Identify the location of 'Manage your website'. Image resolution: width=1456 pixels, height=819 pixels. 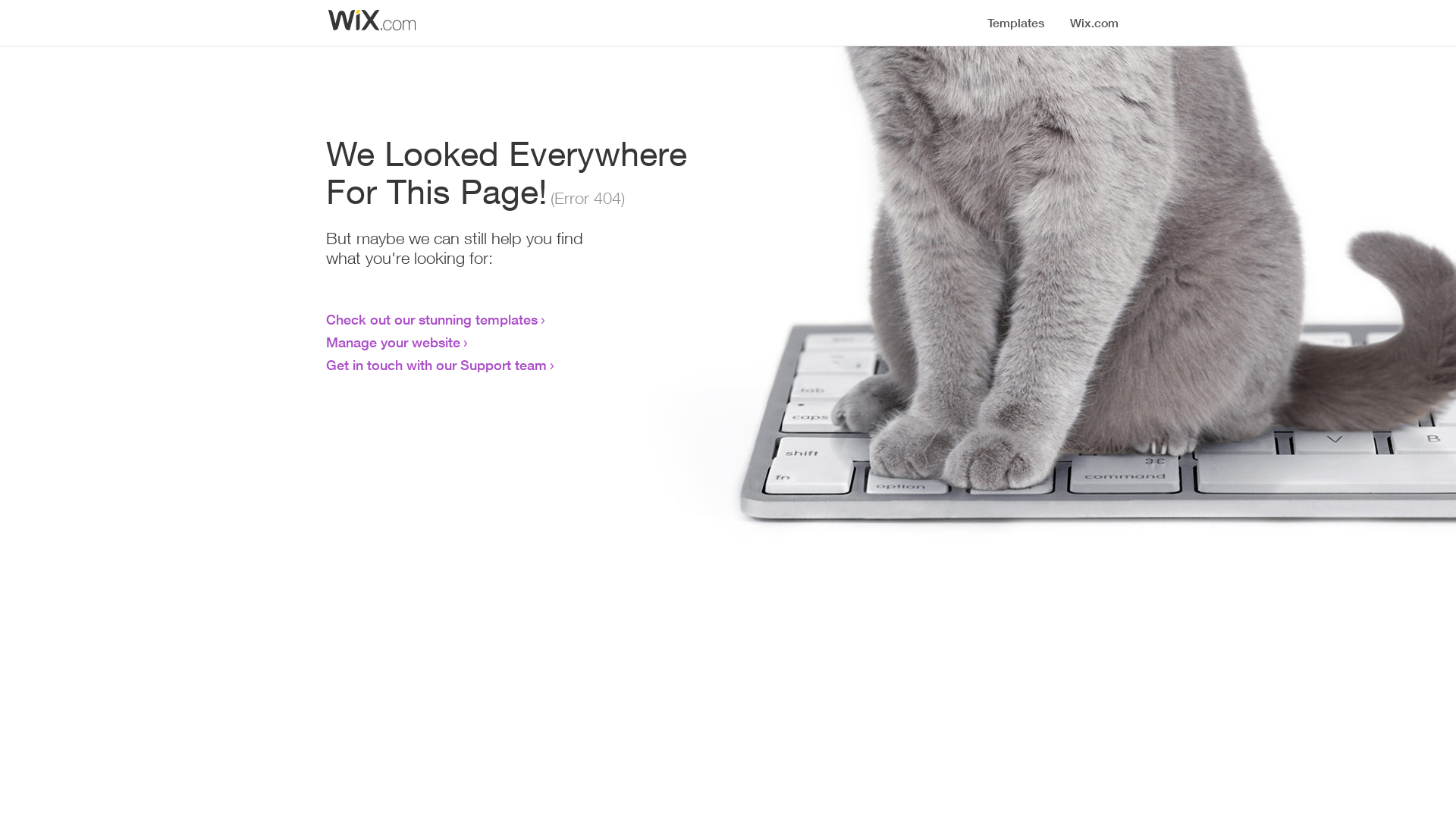
(393, 342).